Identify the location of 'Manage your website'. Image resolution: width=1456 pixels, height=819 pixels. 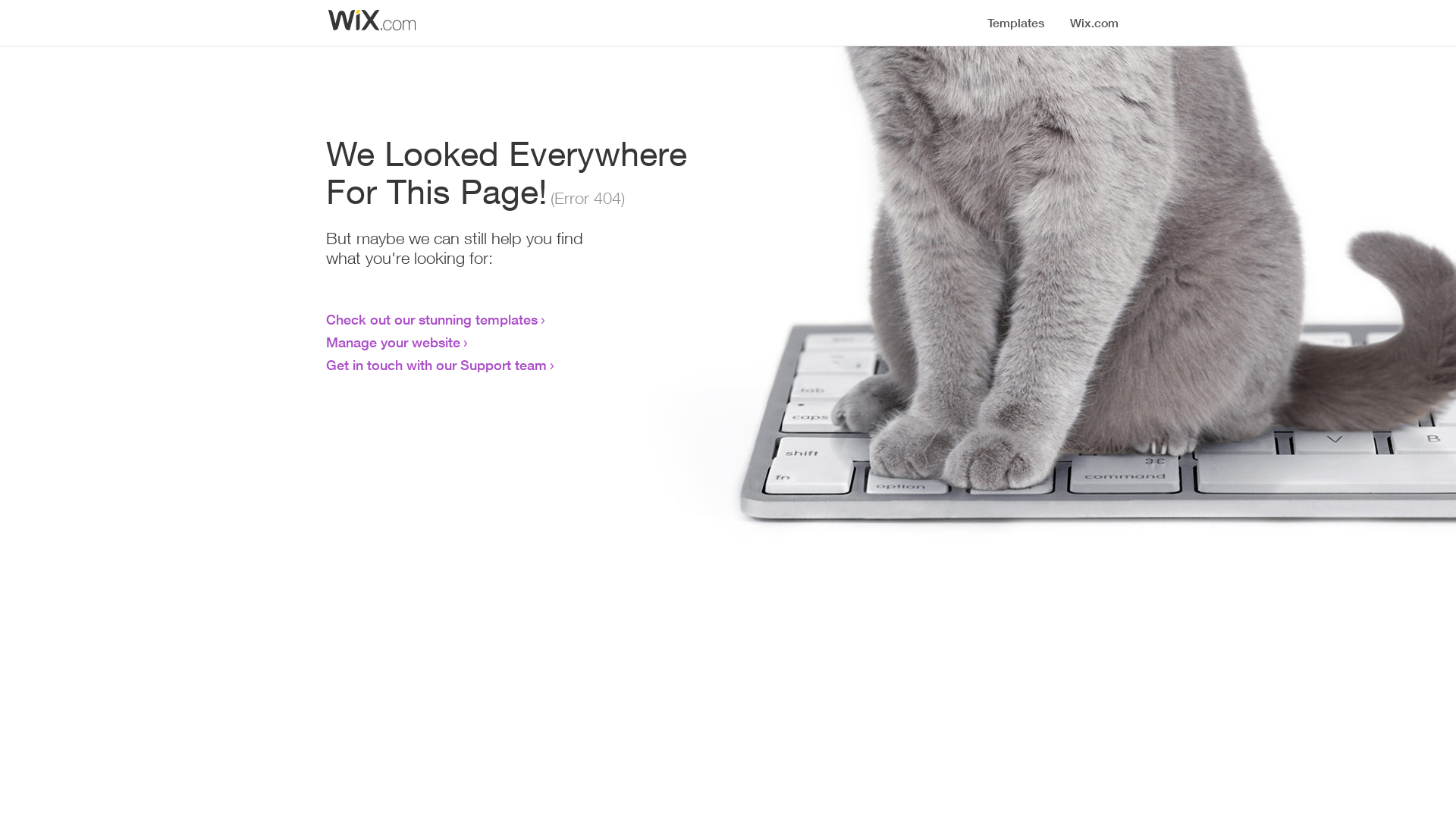
(393, 342).